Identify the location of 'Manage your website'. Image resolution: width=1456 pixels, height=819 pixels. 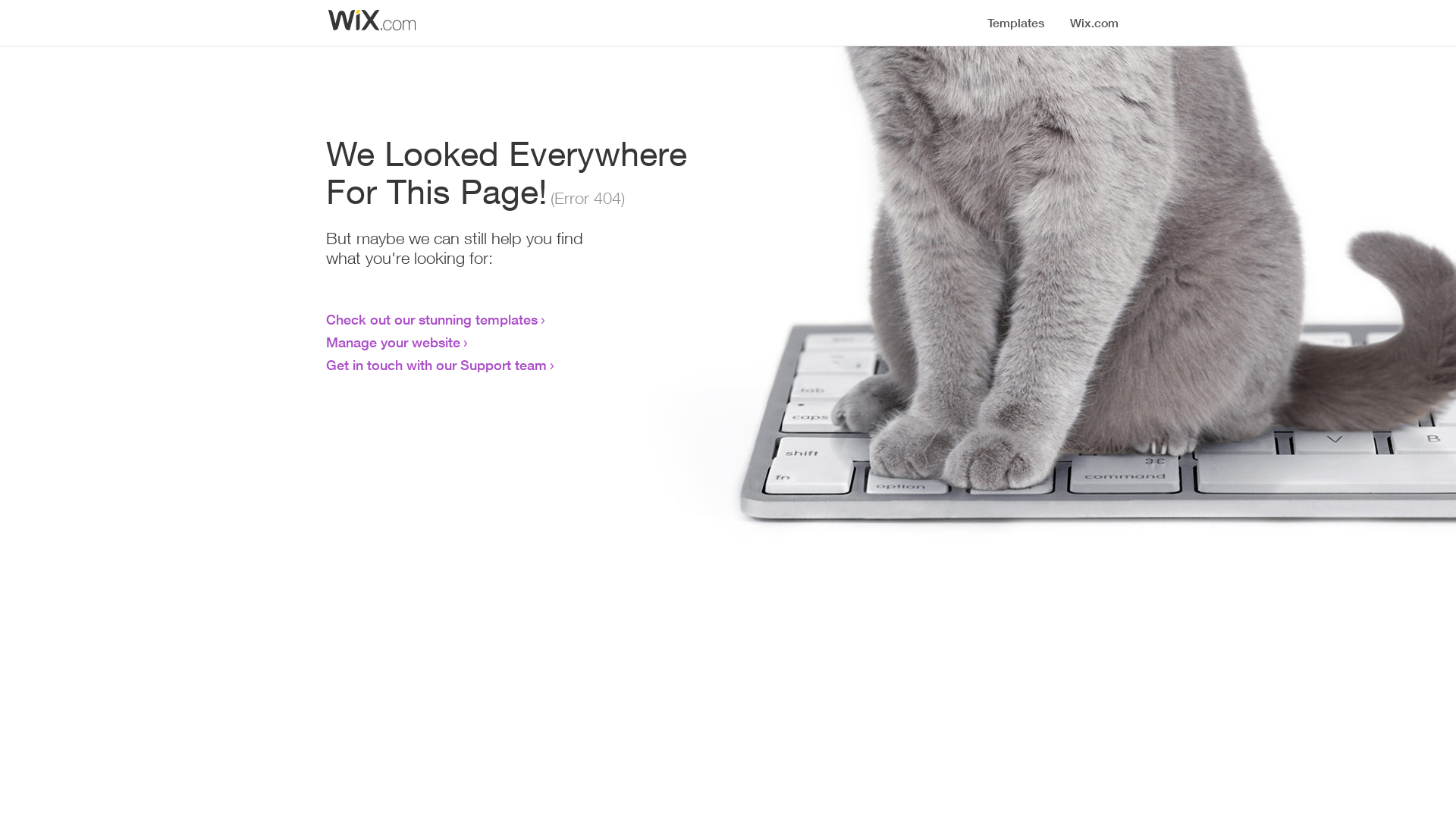
(393, 342).